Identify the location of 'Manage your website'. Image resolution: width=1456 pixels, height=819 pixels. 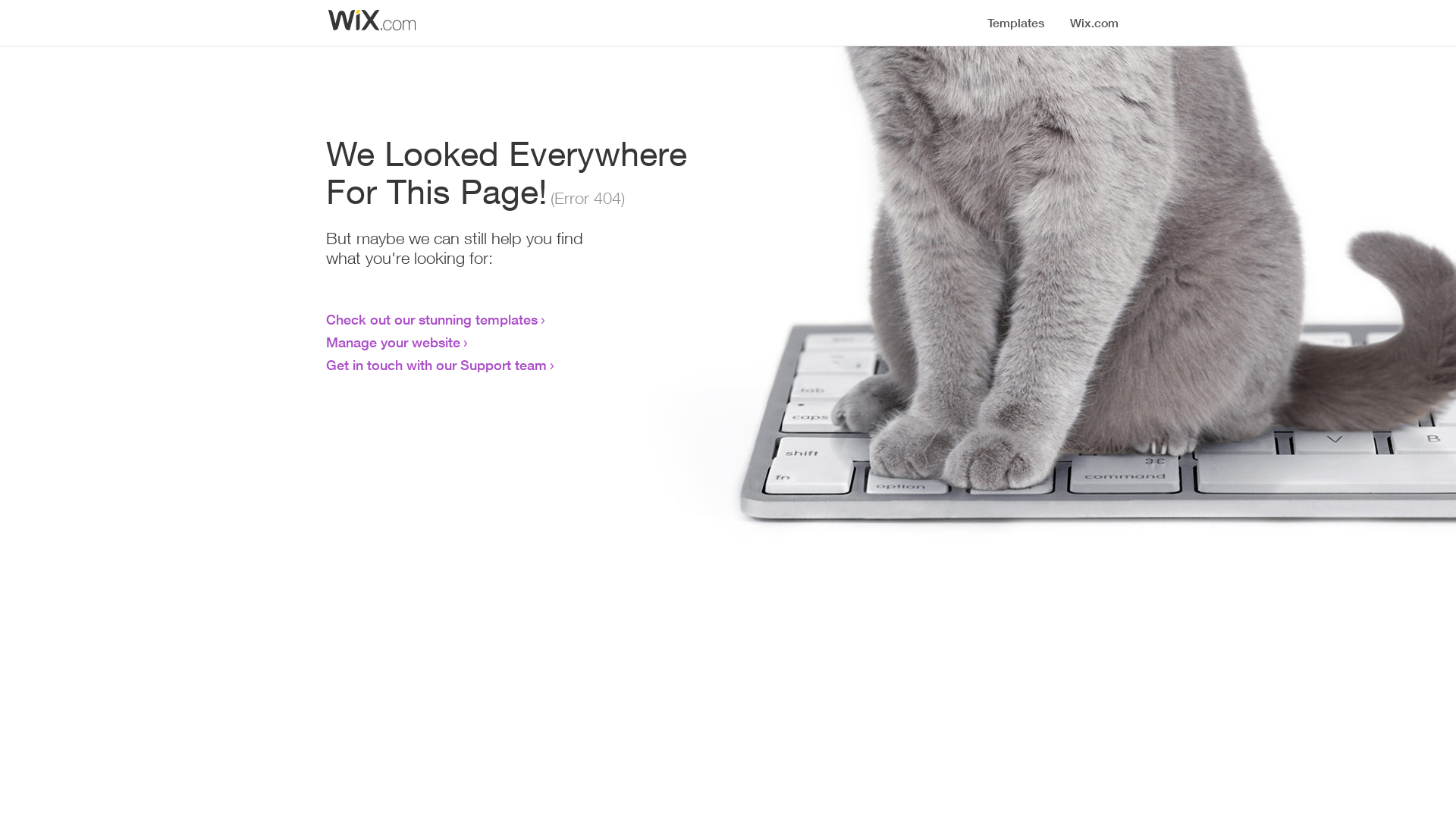
(393, 342).